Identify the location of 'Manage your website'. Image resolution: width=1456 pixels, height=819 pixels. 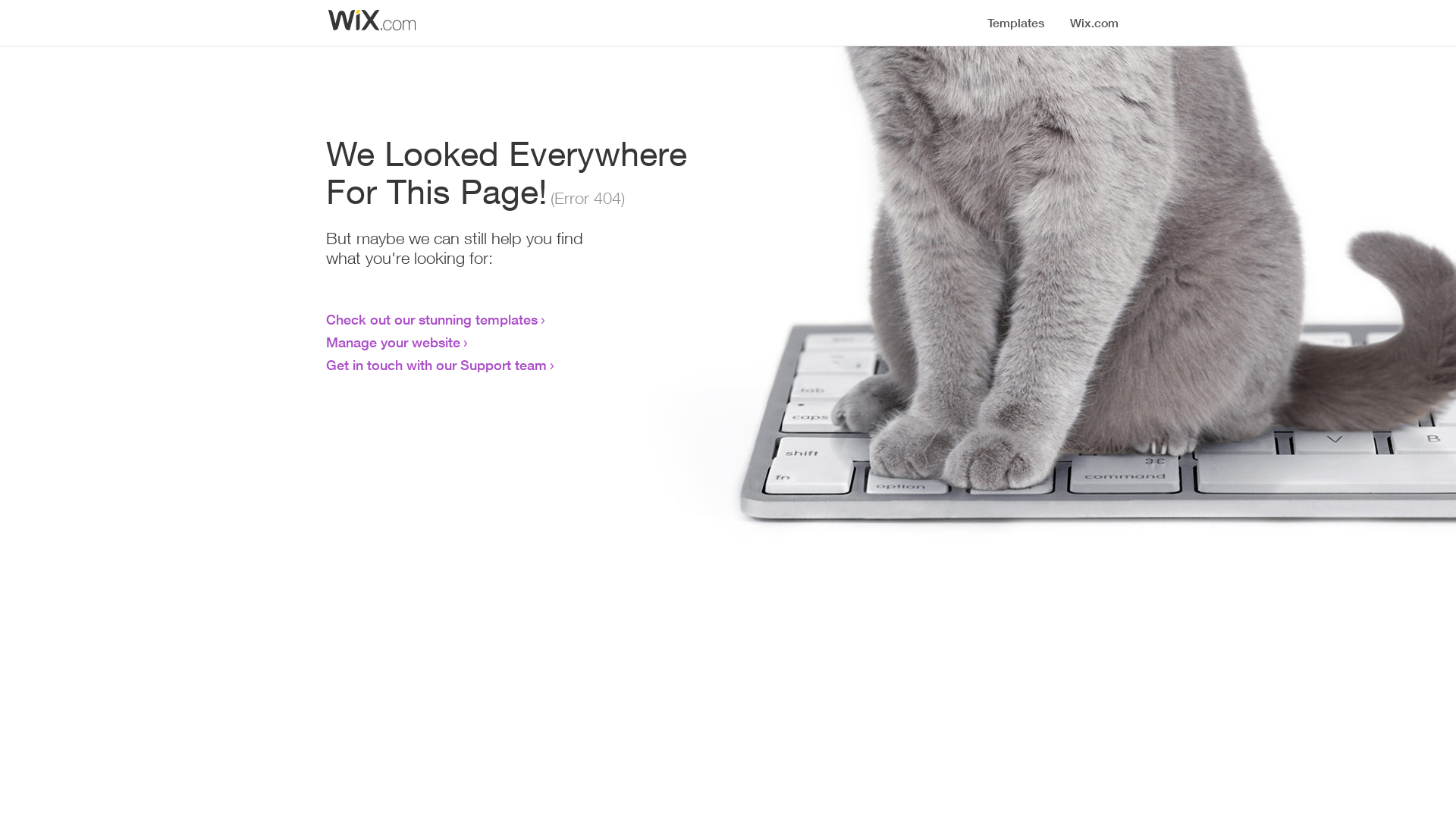
(393, 342).